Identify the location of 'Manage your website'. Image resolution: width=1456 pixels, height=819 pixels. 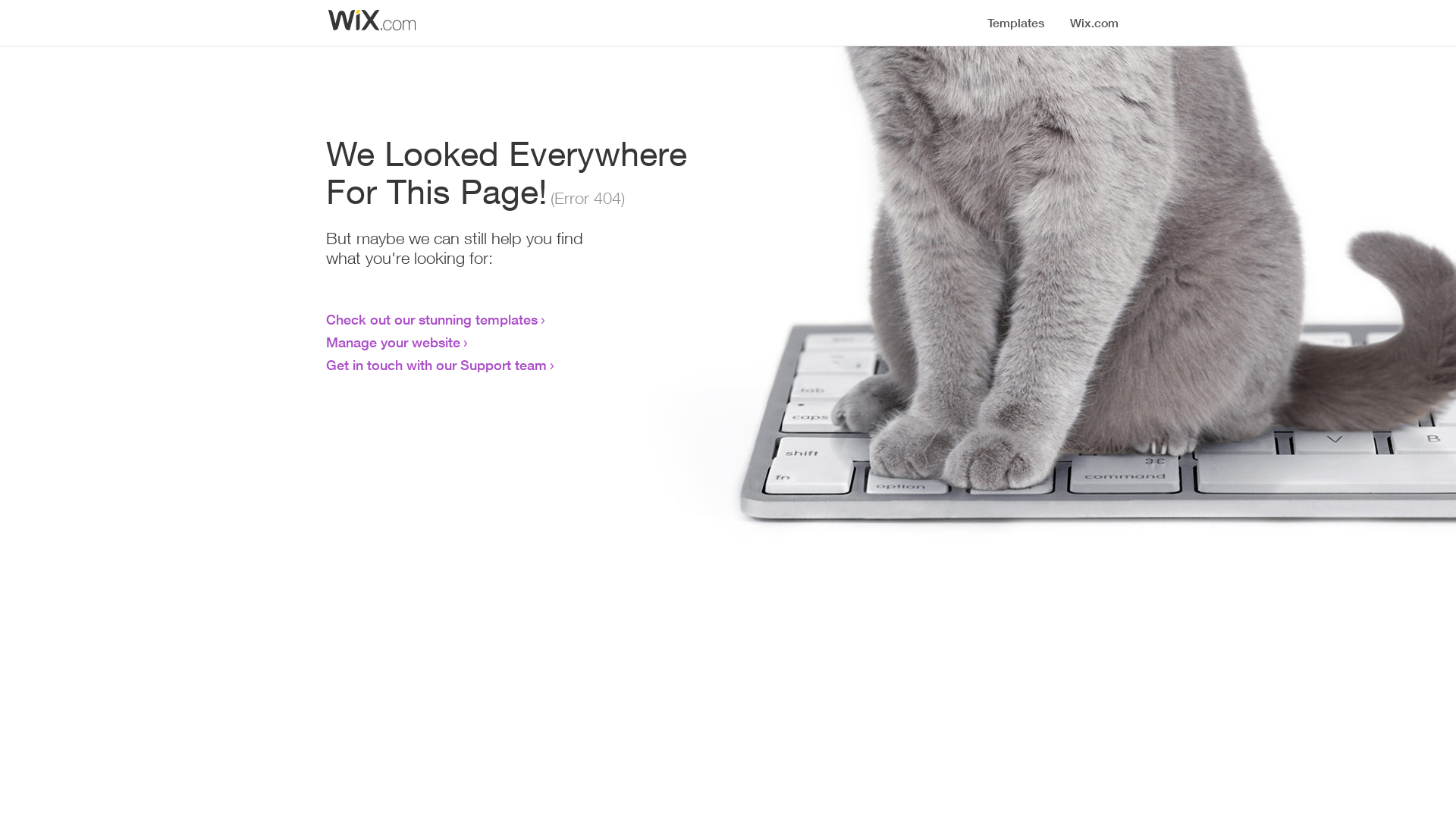
(393, 342).